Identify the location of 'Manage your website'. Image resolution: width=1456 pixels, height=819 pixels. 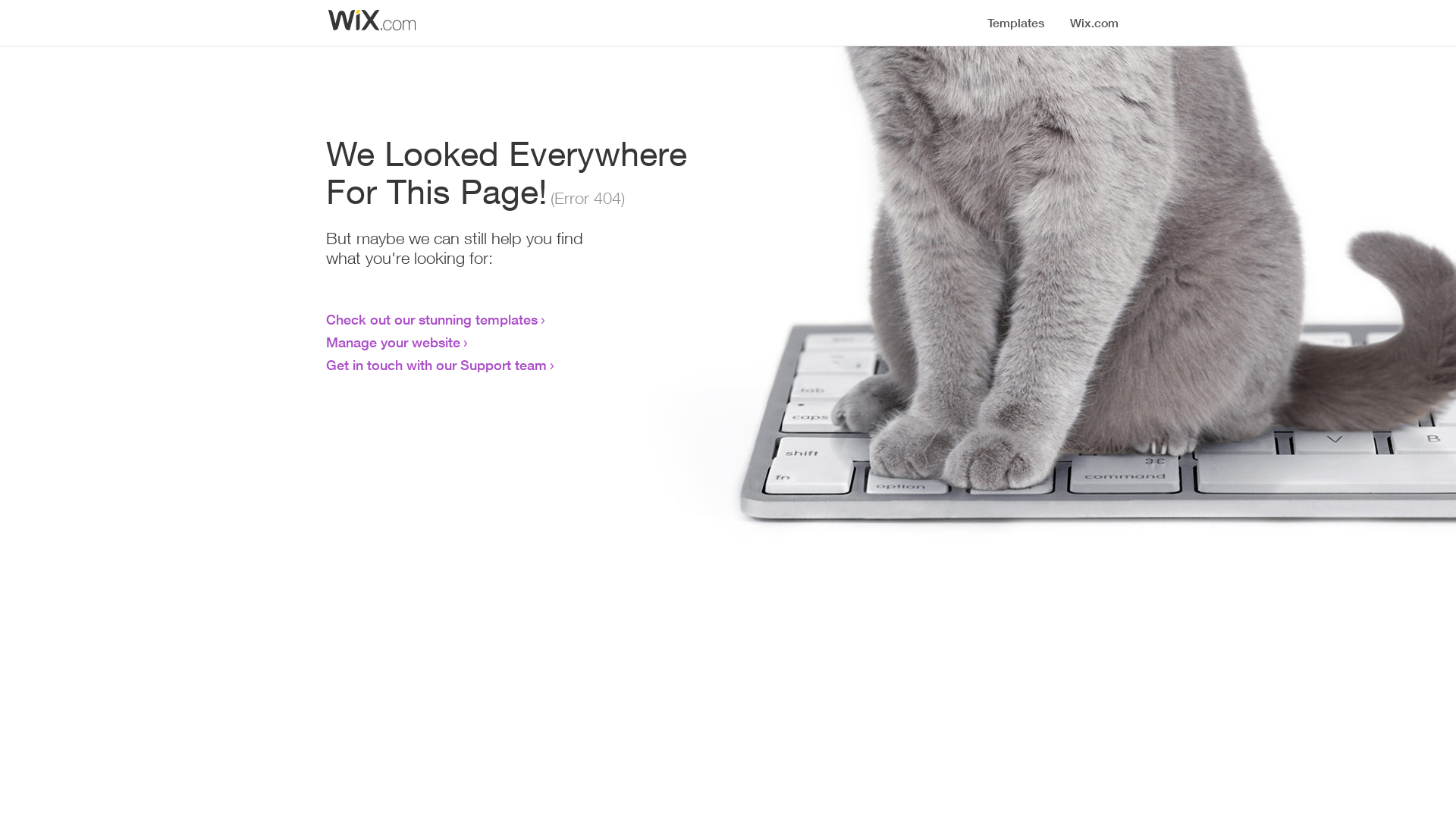
(393, 342).